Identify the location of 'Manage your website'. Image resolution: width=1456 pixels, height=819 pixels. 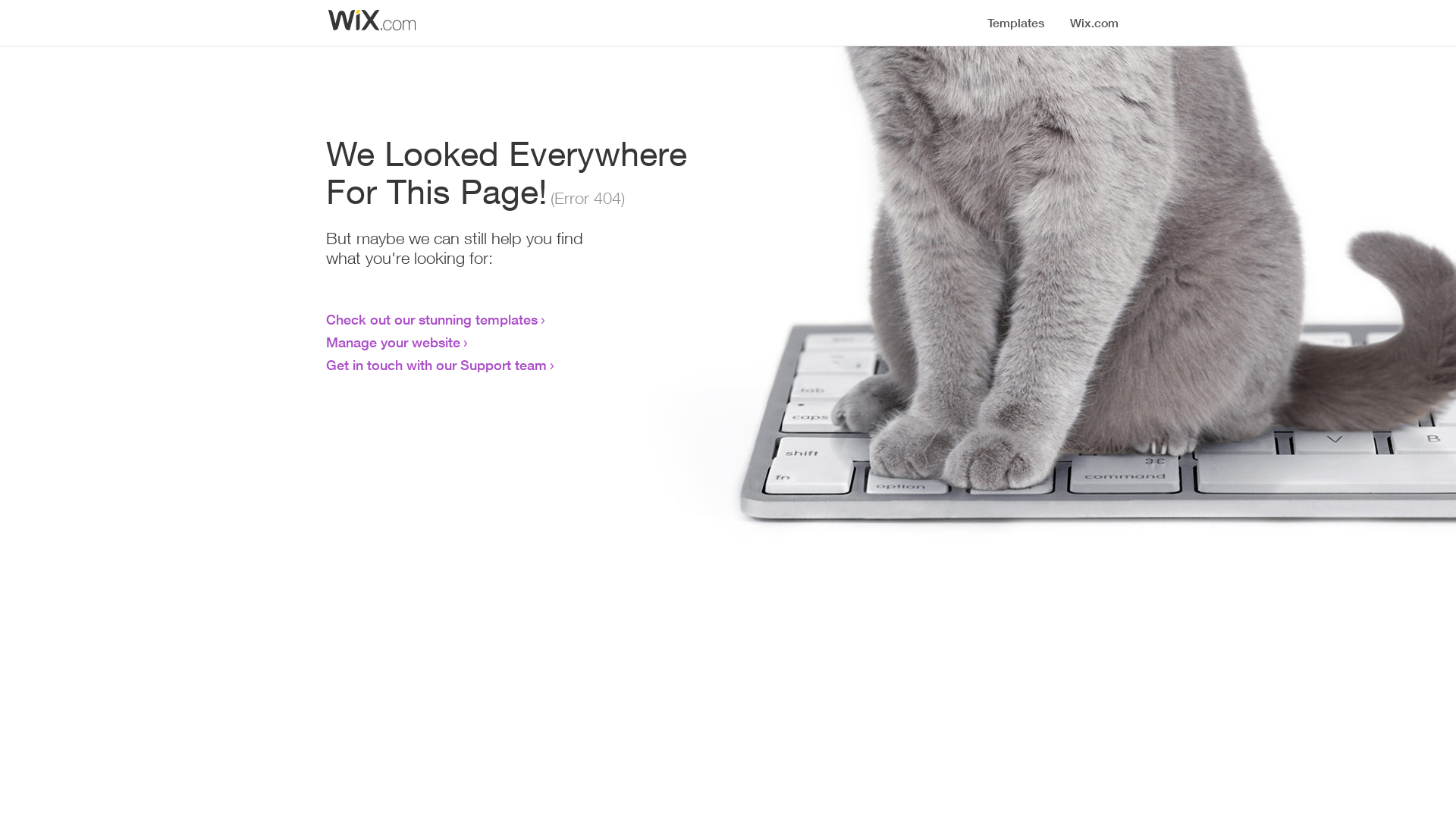
(393, 342).